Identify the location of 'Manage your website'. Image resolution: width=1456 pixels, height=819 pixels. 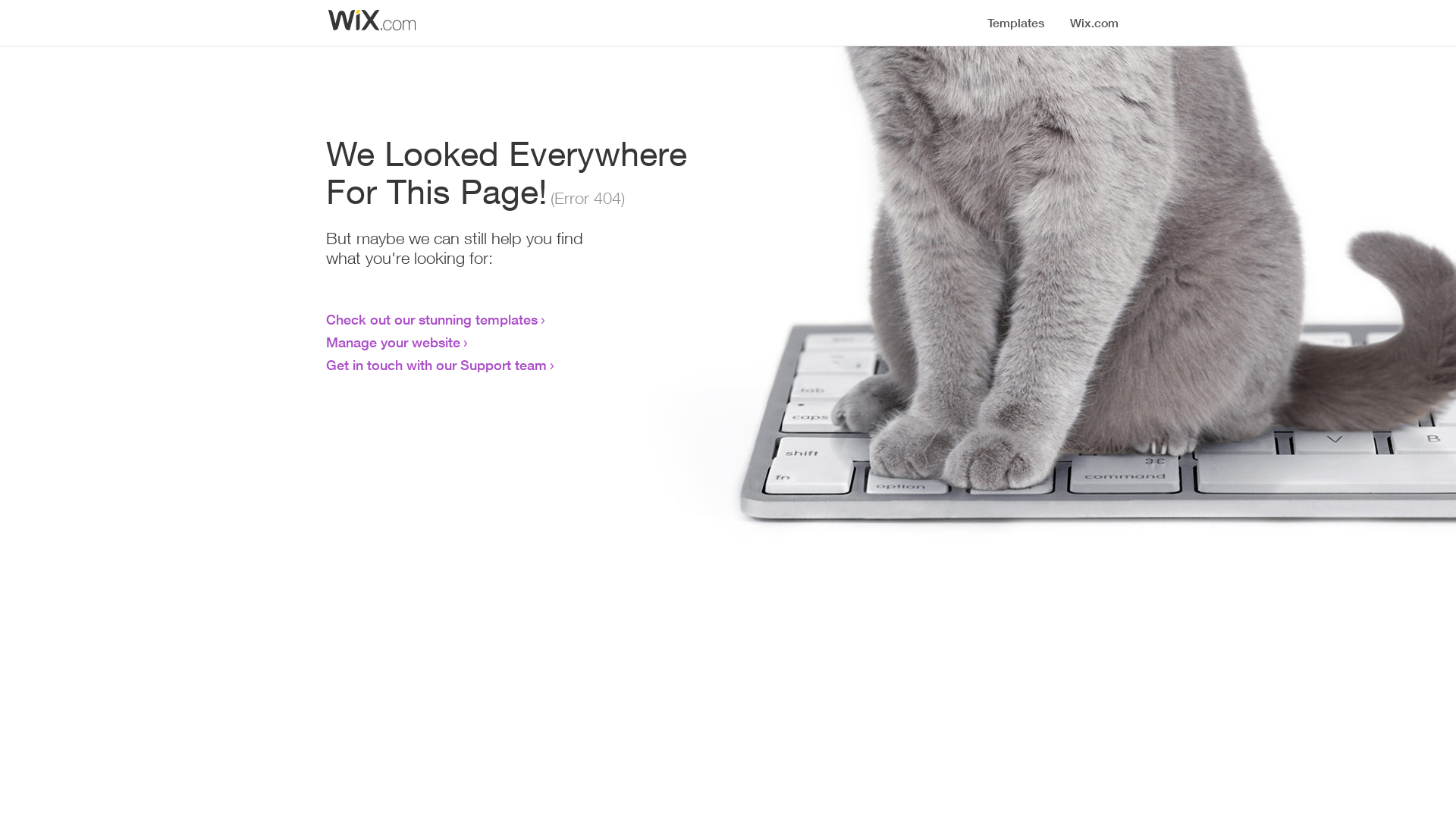
(393, 342).